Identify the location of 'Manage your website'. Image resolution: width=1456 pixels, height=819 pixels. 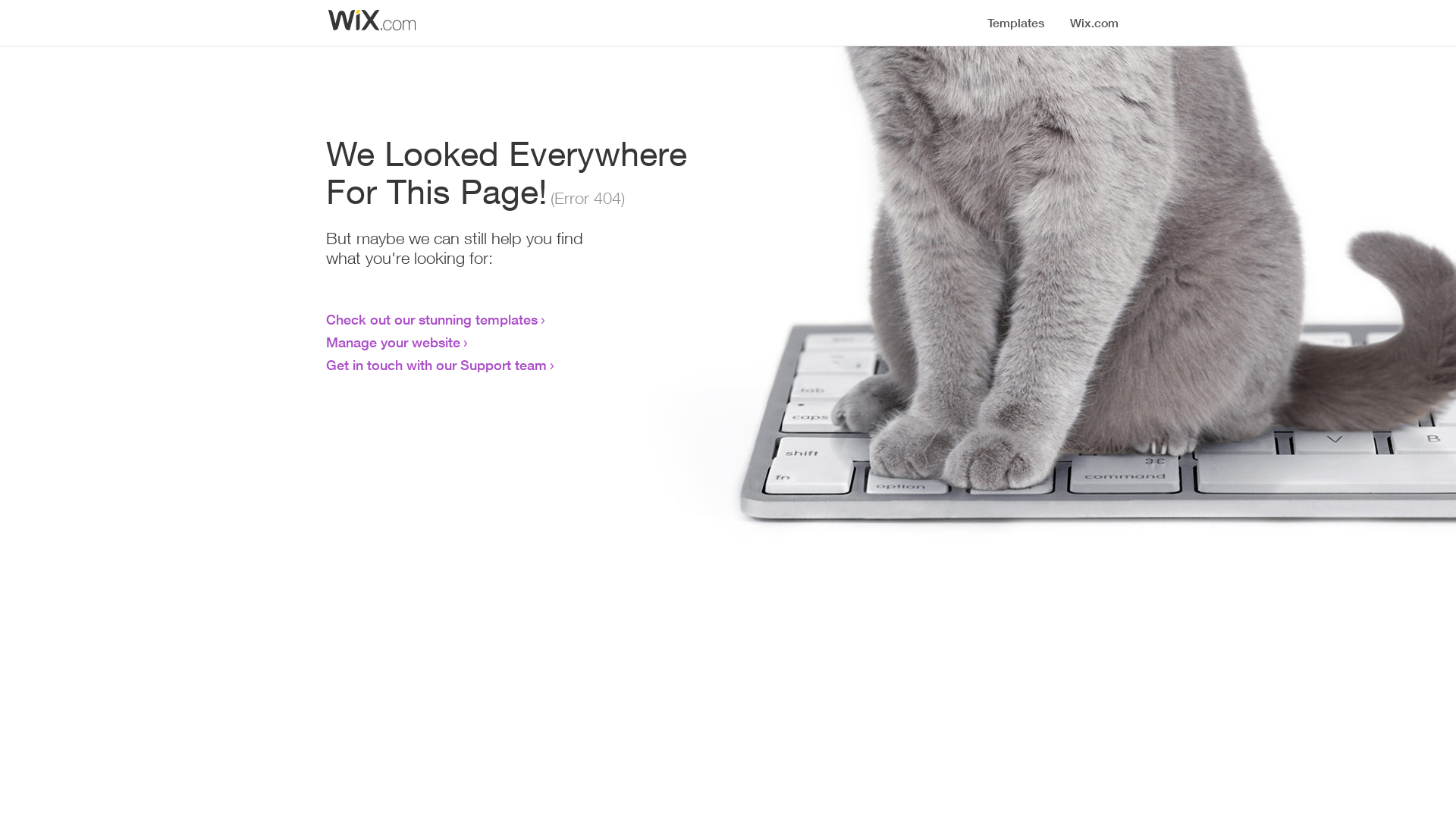
(393, 342).